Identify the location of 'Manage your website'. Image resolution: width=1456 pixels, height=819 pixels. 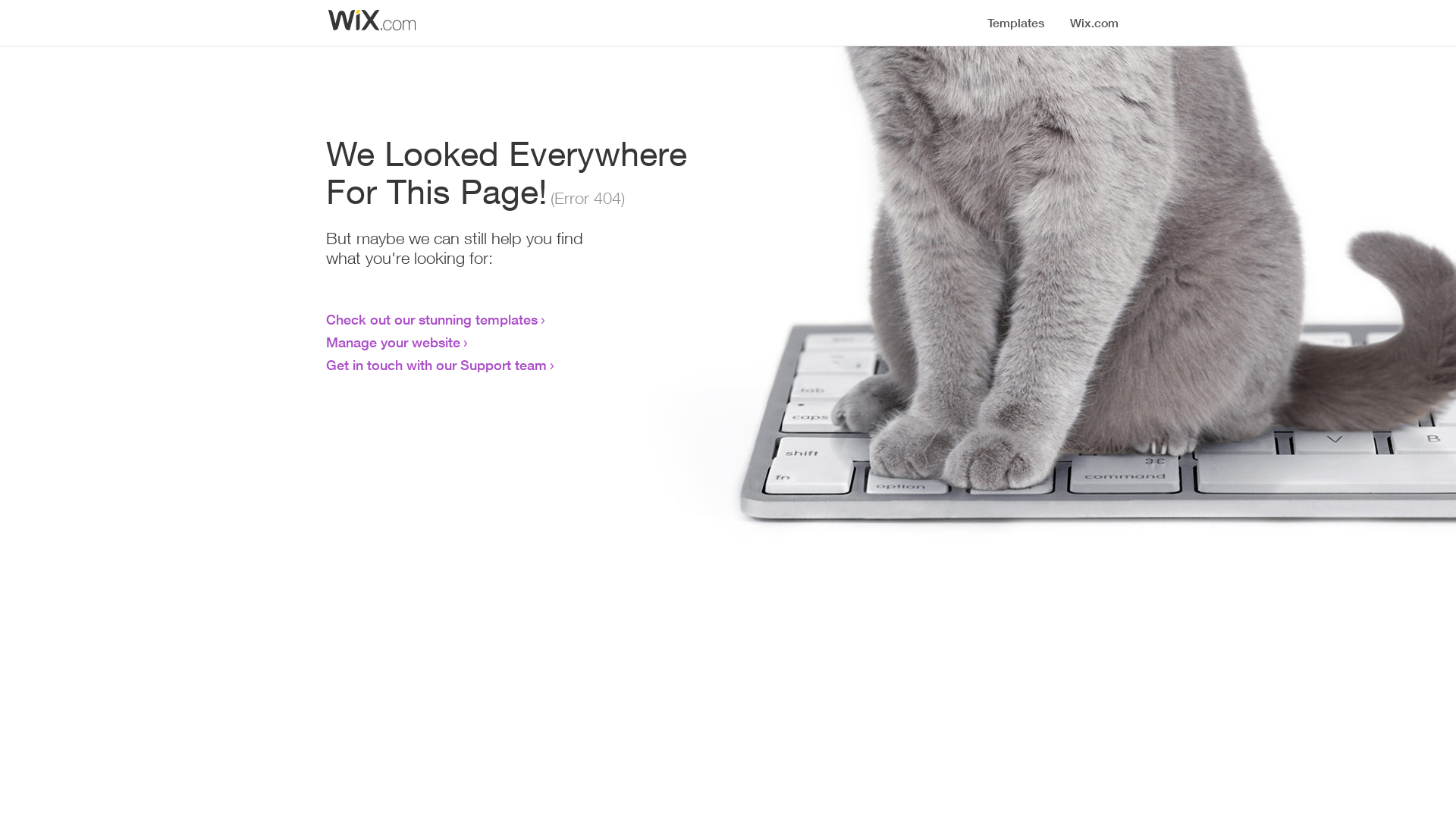
(393, 342).